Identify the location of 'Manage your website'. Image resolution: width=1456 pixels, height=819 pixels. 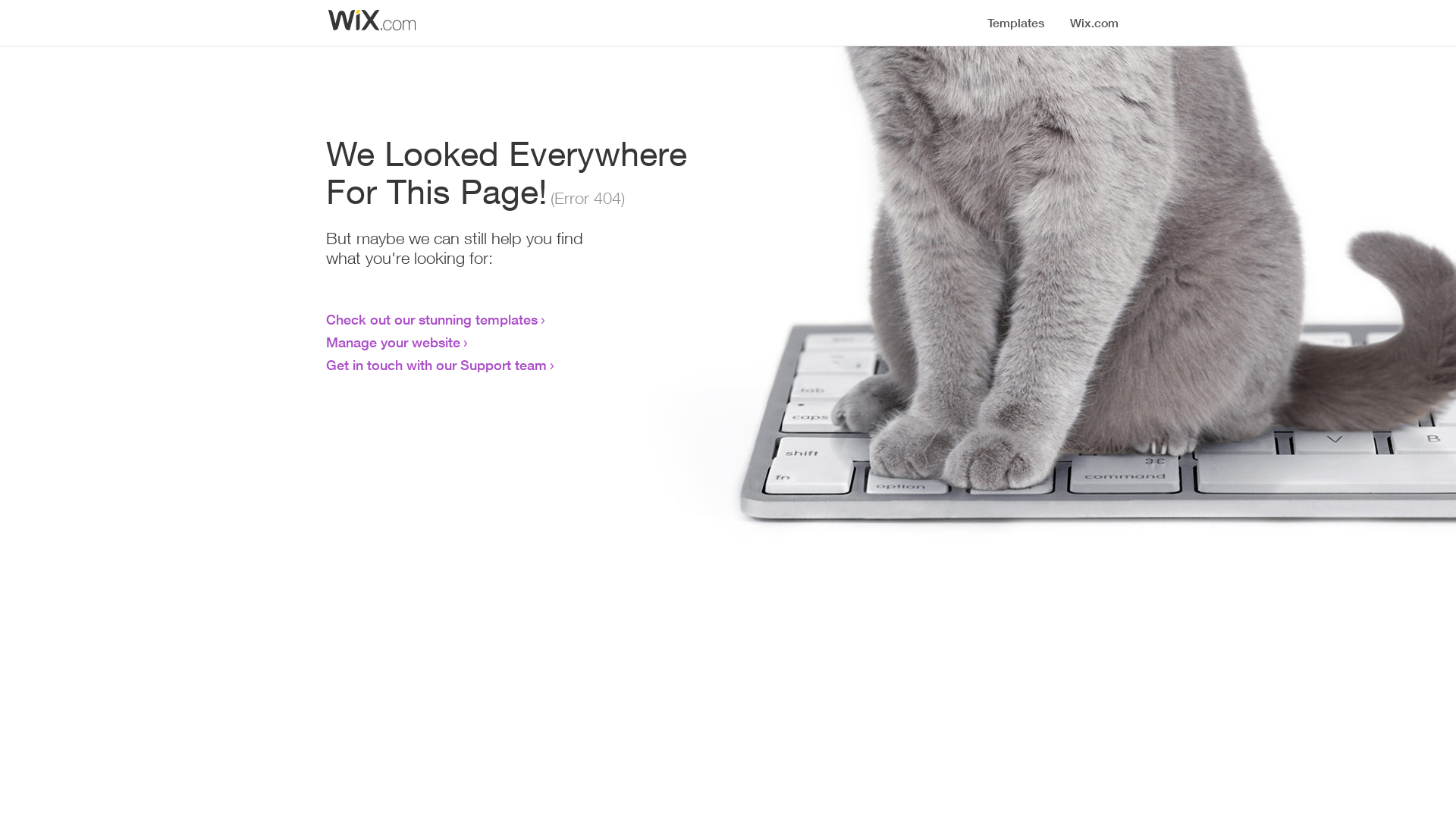
(393, 342).